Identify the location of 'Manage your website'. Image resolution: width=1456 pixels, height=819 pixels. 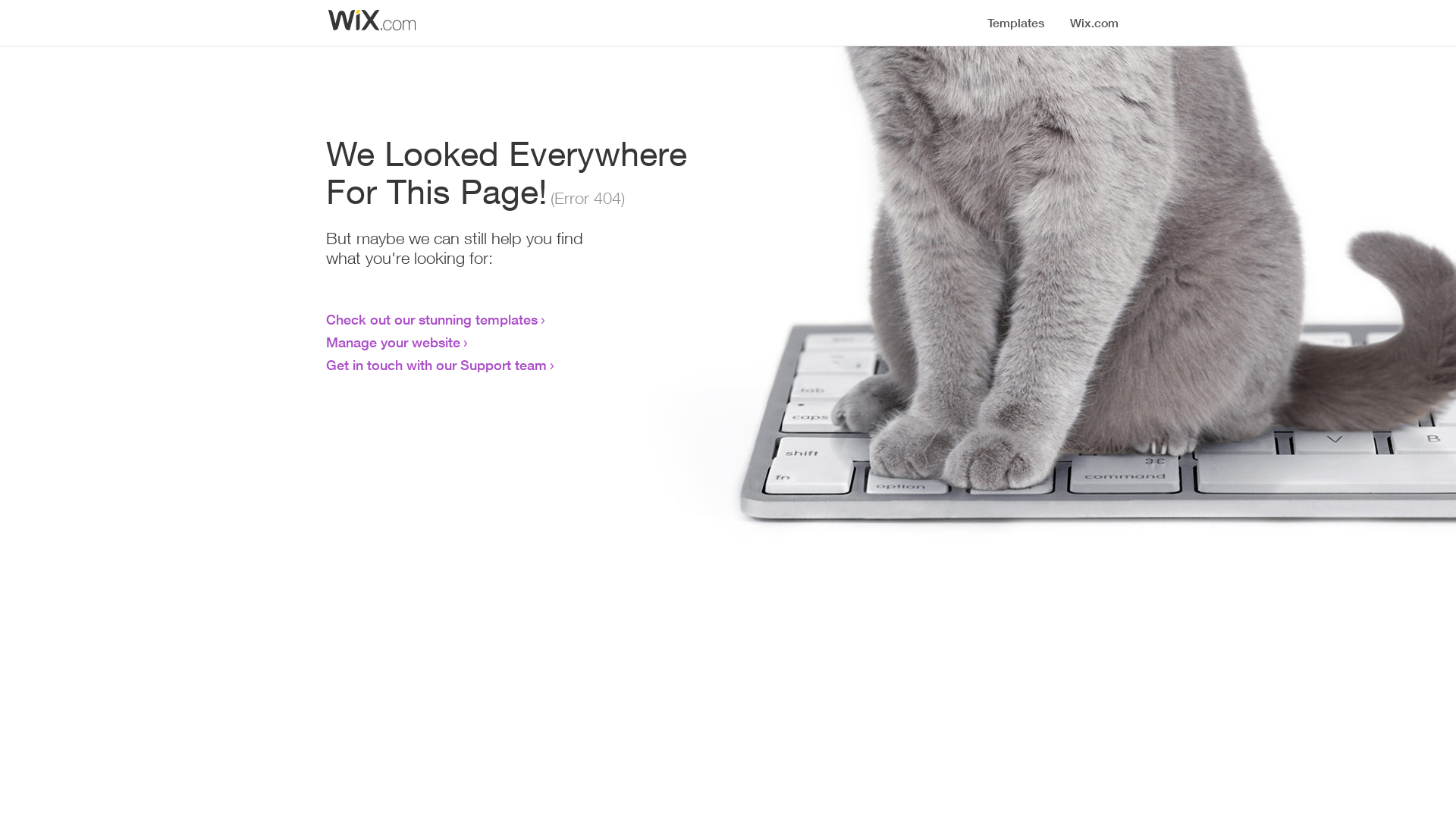
(393, 342).